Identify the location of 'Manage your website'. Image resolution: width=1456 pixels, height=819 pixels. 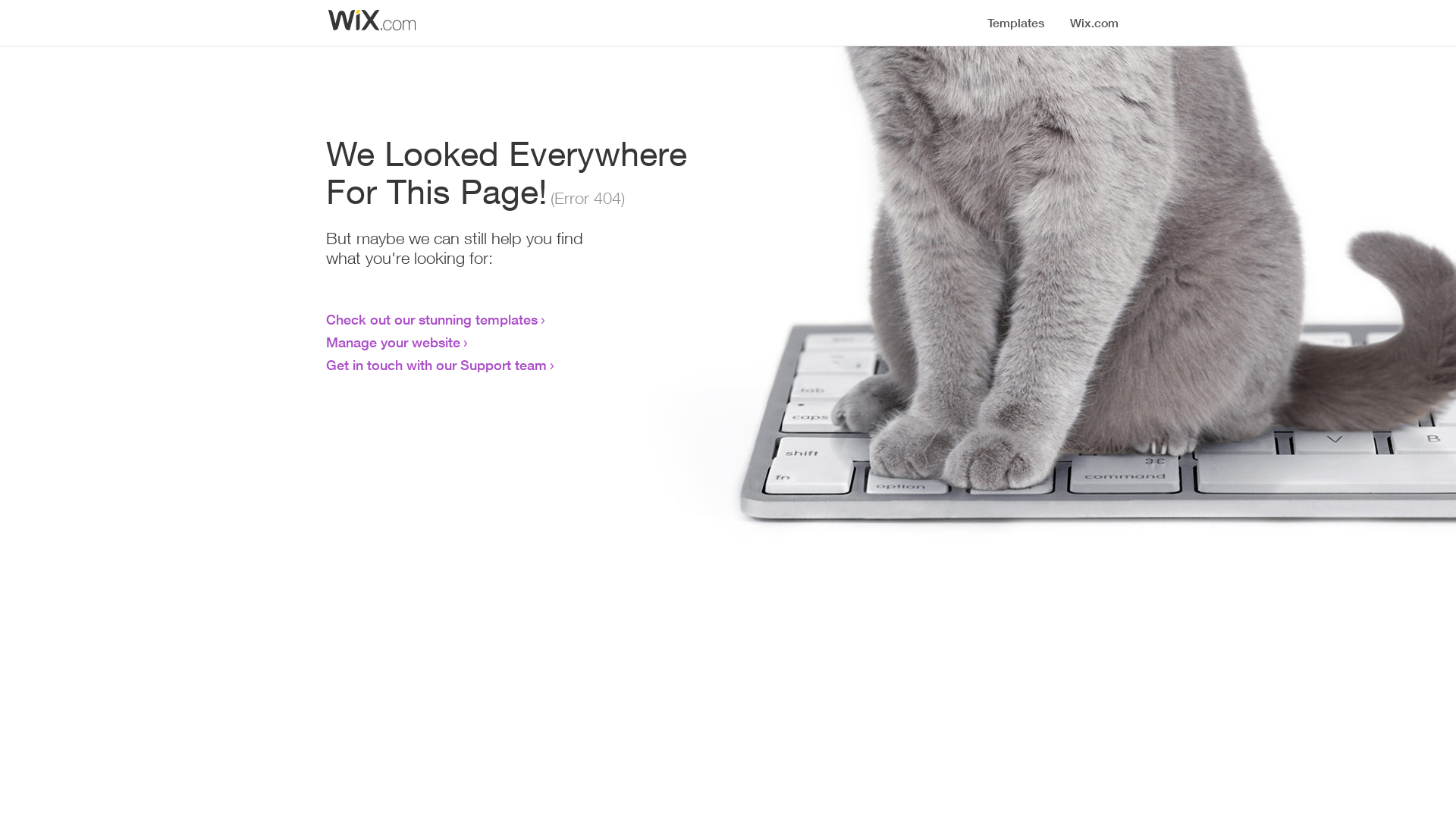
(393, 342).